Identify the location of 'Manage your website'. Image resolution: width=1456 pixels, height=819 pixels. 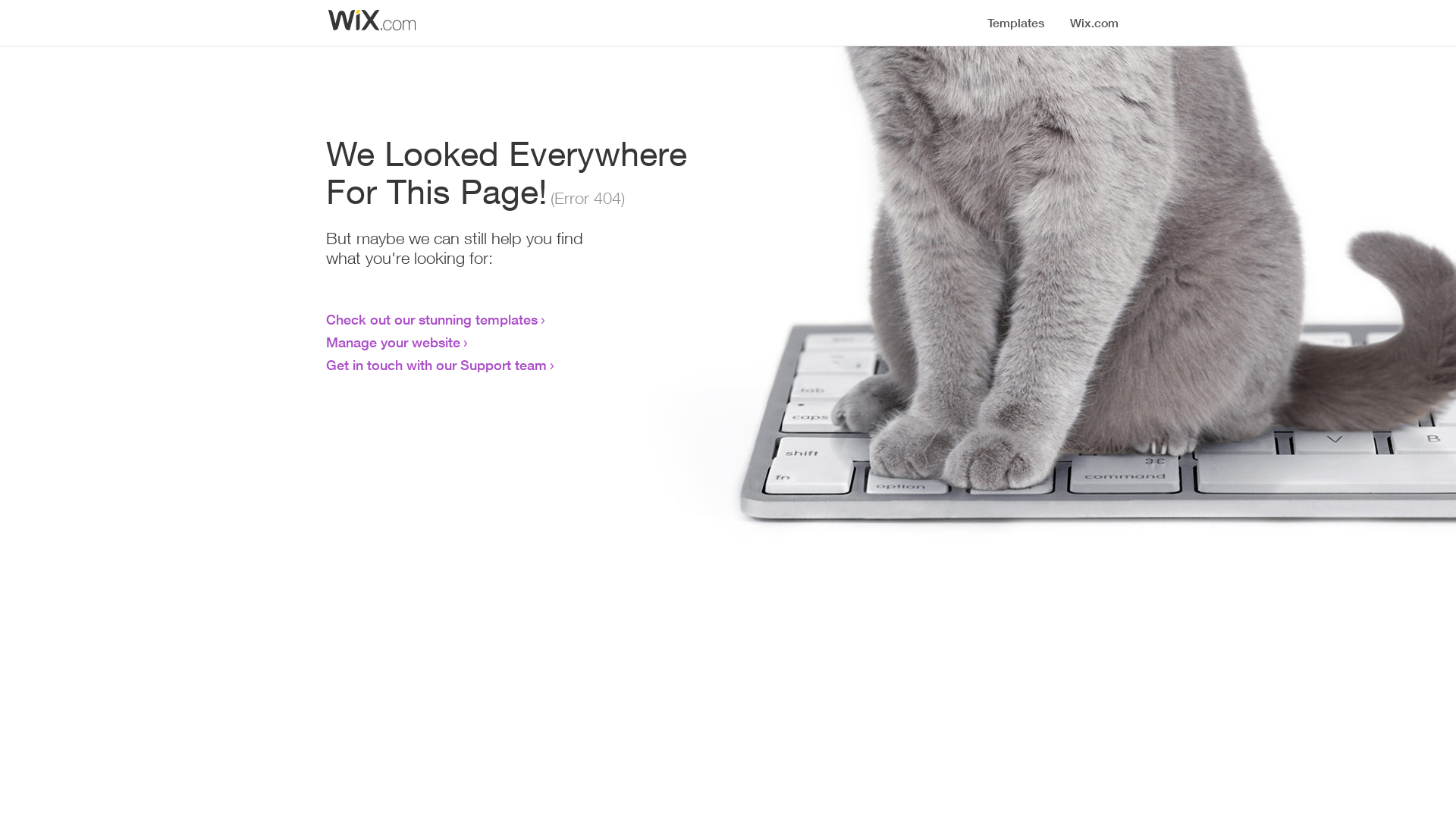
(393, 342).